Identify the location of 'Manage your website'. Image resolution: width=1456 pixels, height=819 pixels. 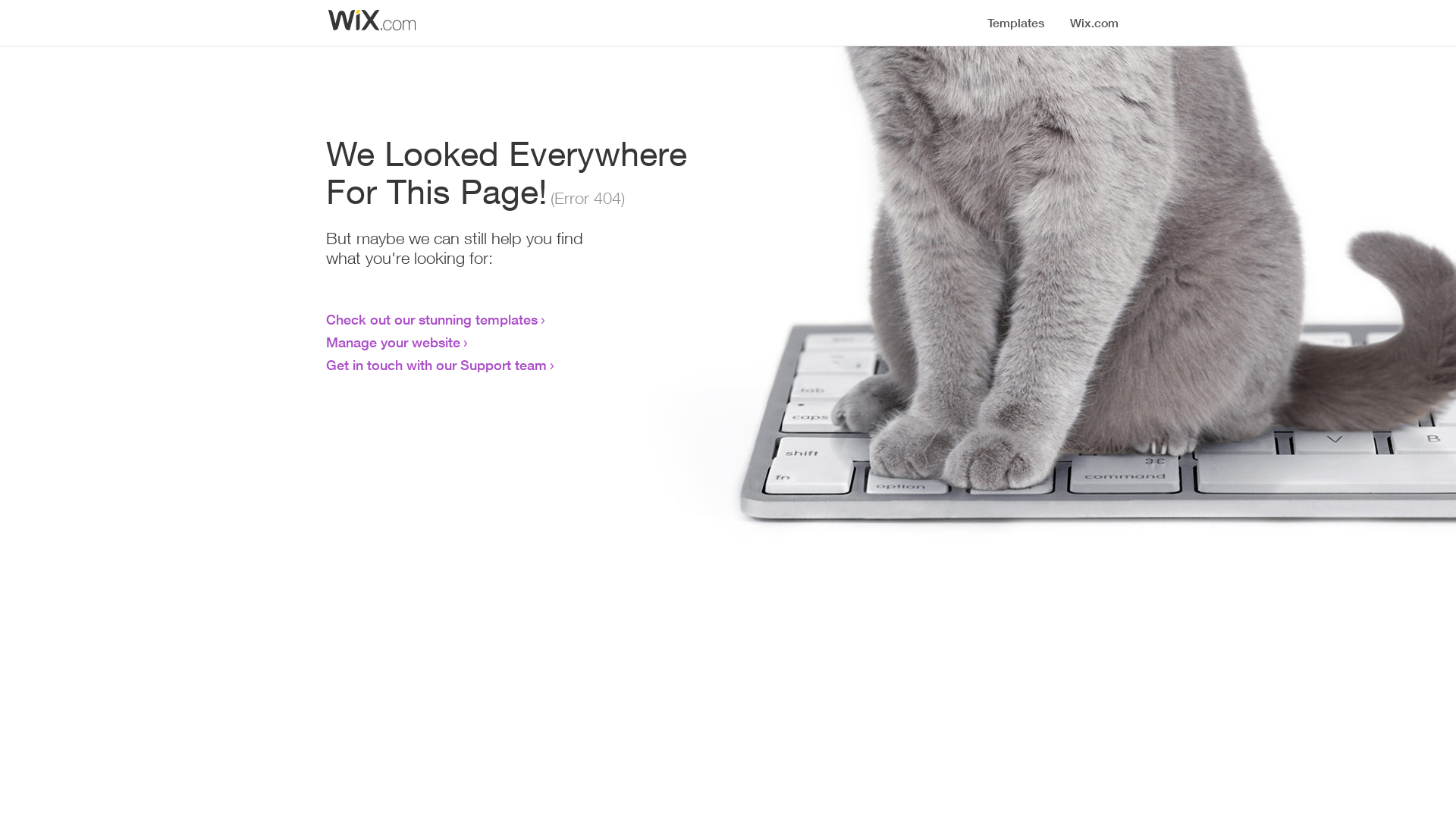
(393, 342).